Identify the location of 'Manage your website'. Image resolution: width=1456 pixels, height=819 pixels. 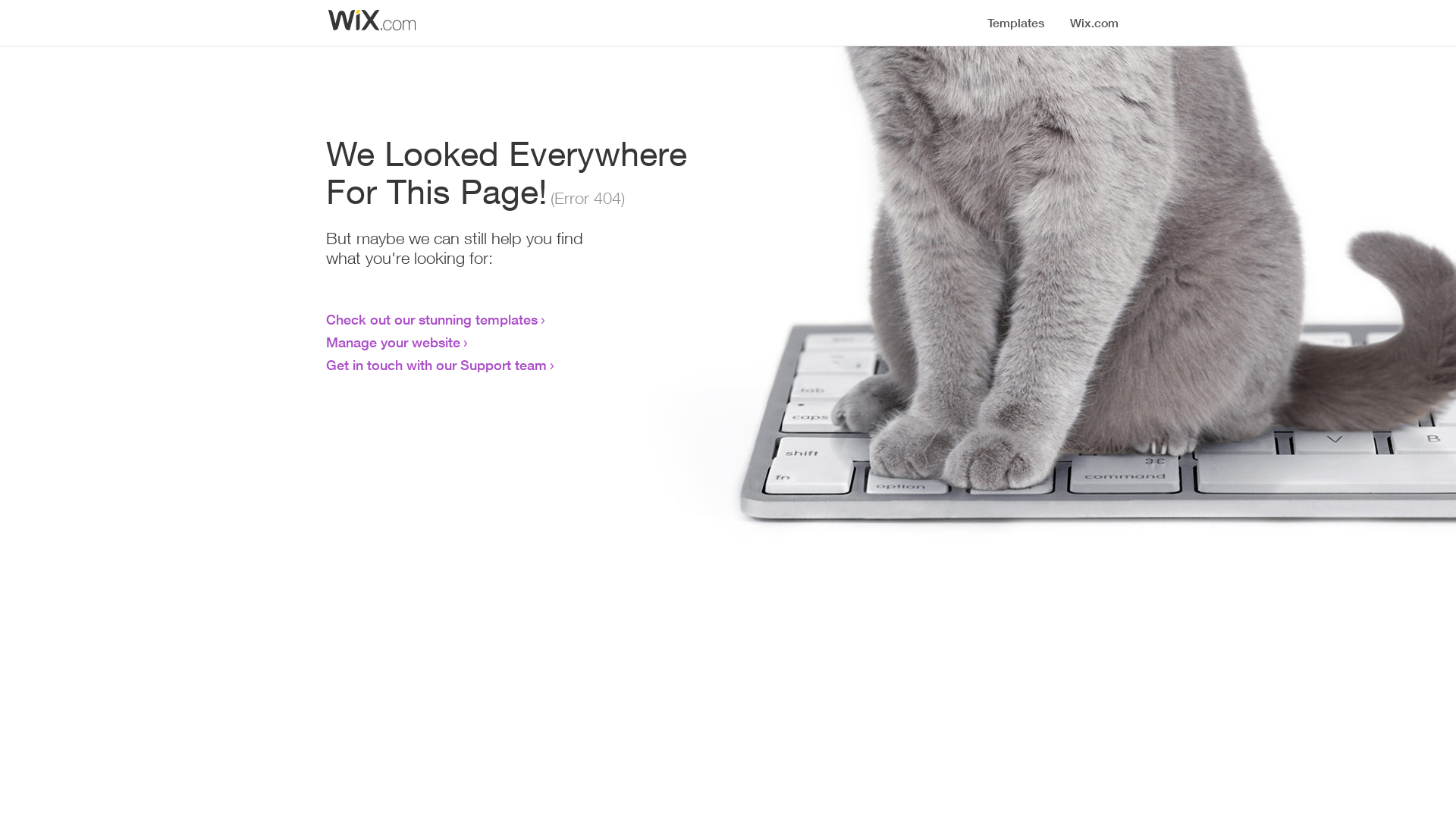
(393, 342).